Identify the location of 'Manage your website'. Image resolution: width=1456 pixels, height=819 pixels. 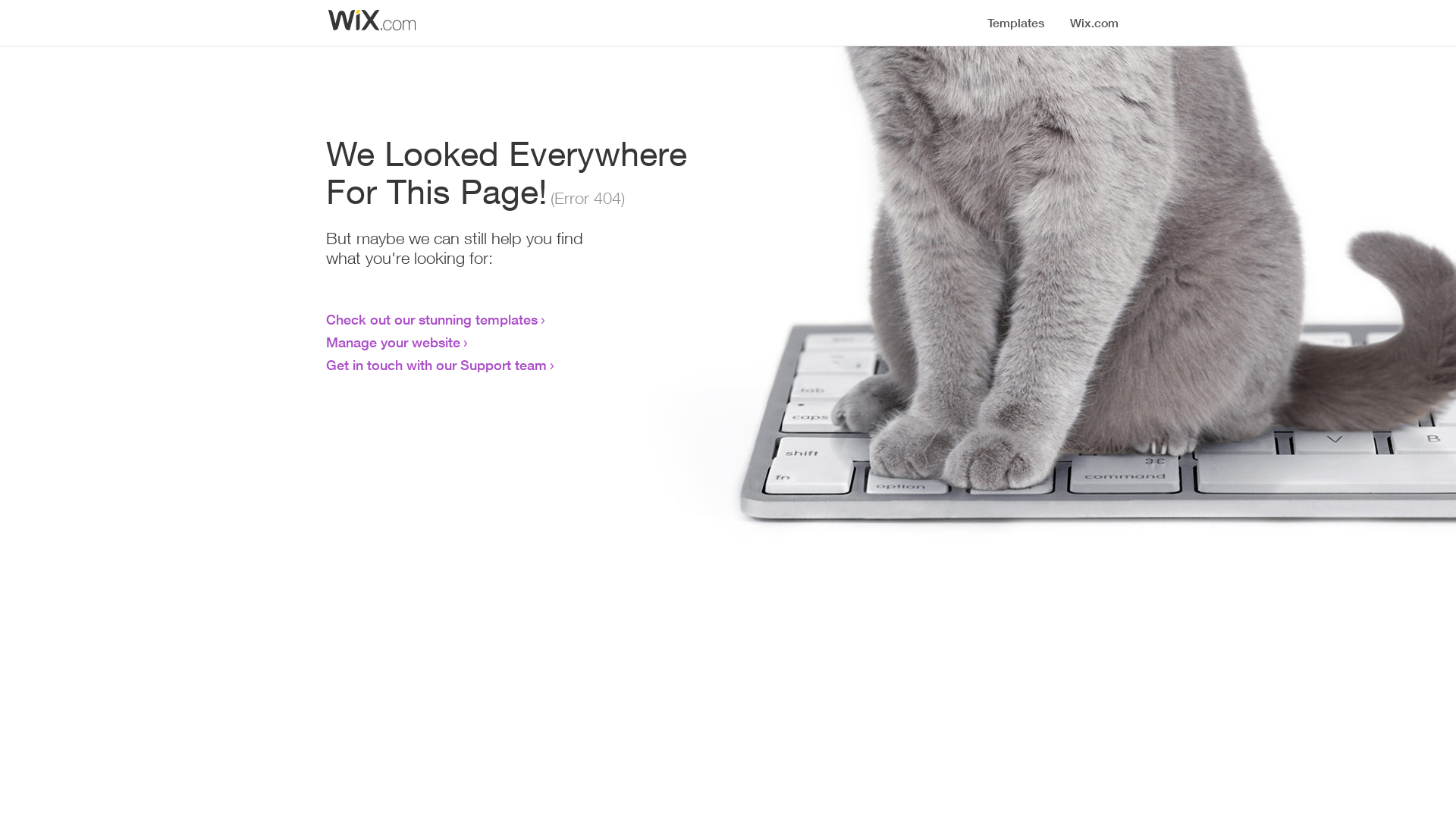
(393, 342).